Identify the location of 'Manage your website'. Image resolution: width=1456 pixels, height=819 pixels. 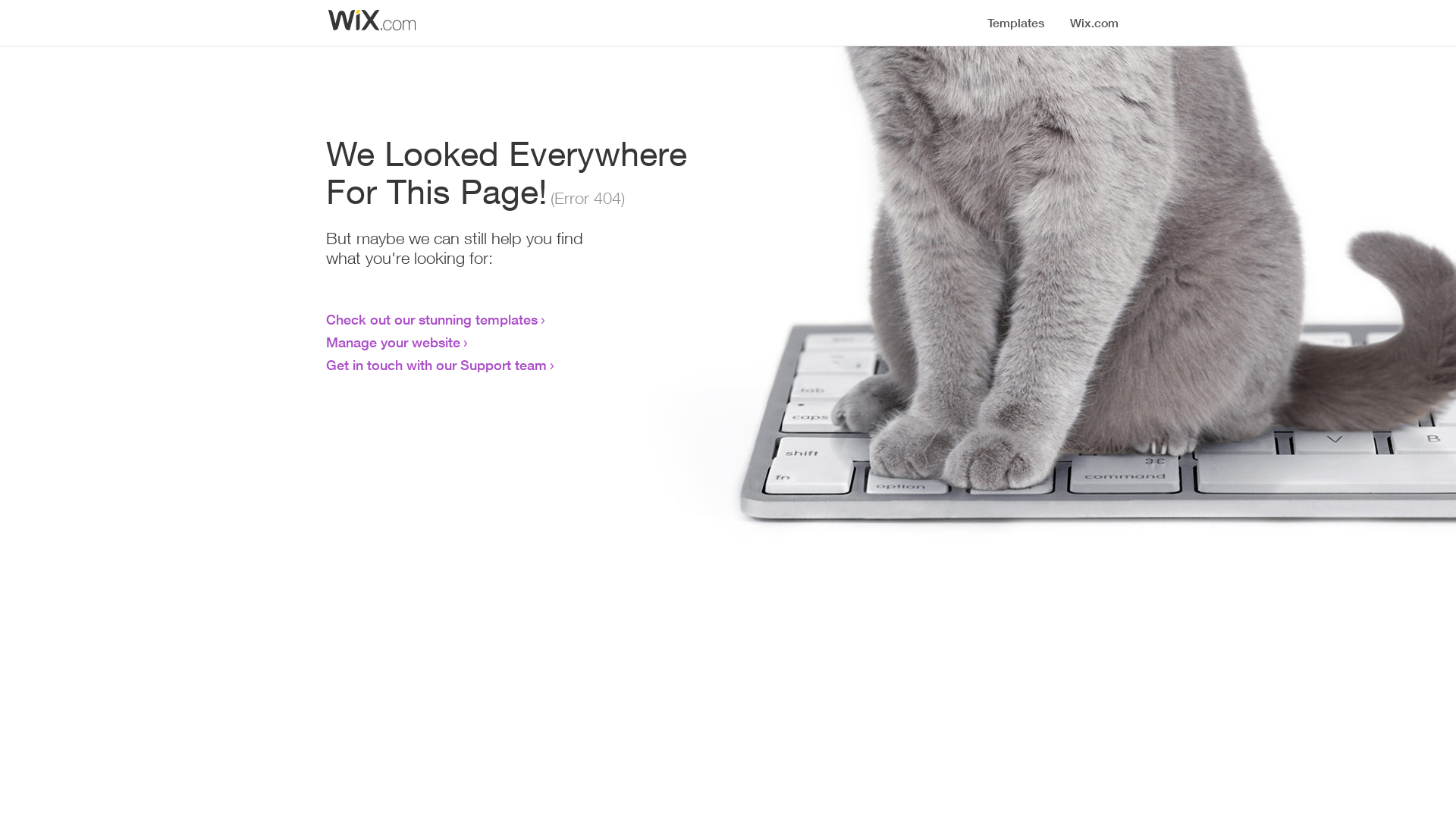
(393, 342).